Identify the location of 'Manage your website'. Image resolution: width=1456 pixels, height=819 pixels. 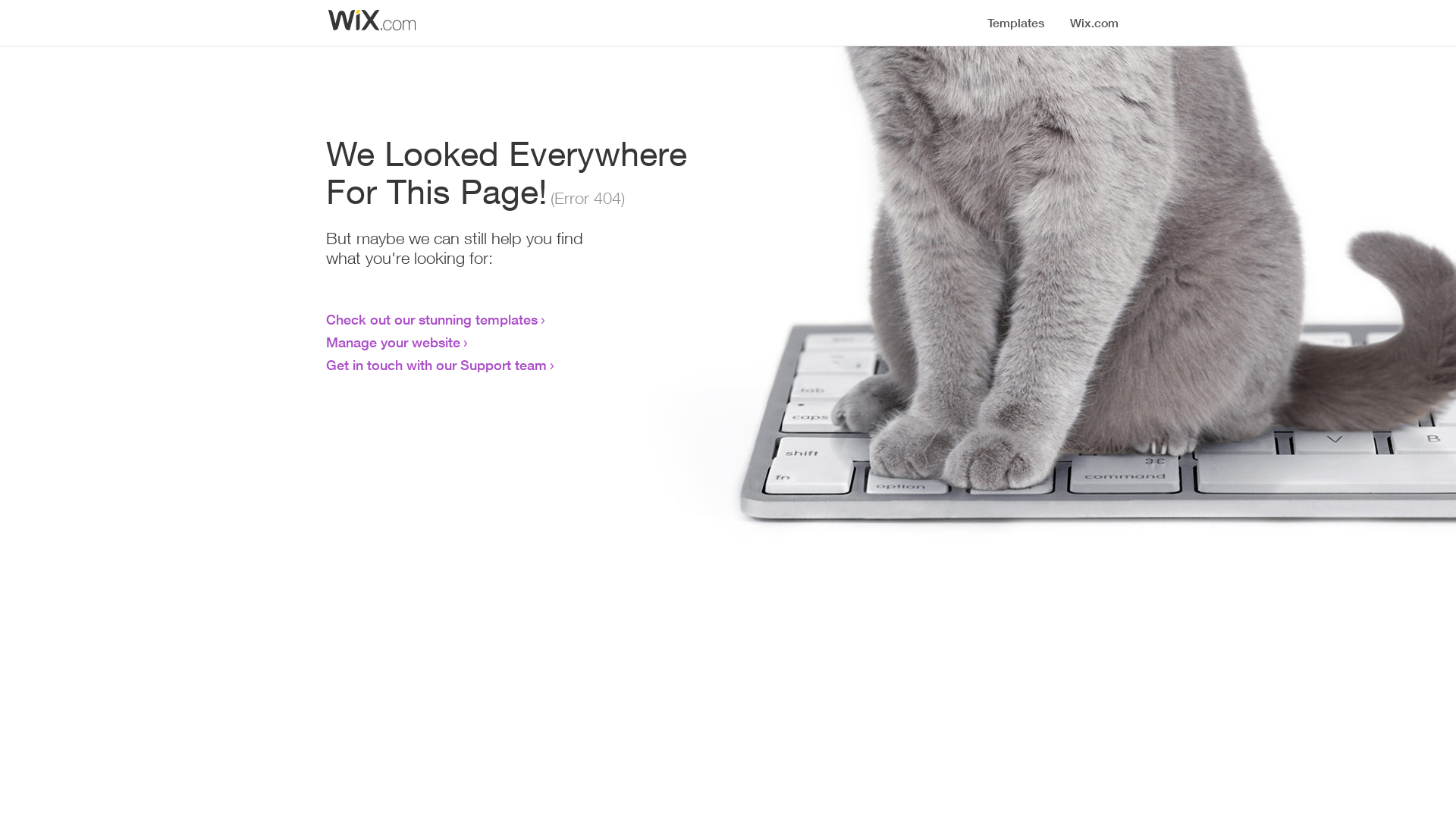
(393, 342).